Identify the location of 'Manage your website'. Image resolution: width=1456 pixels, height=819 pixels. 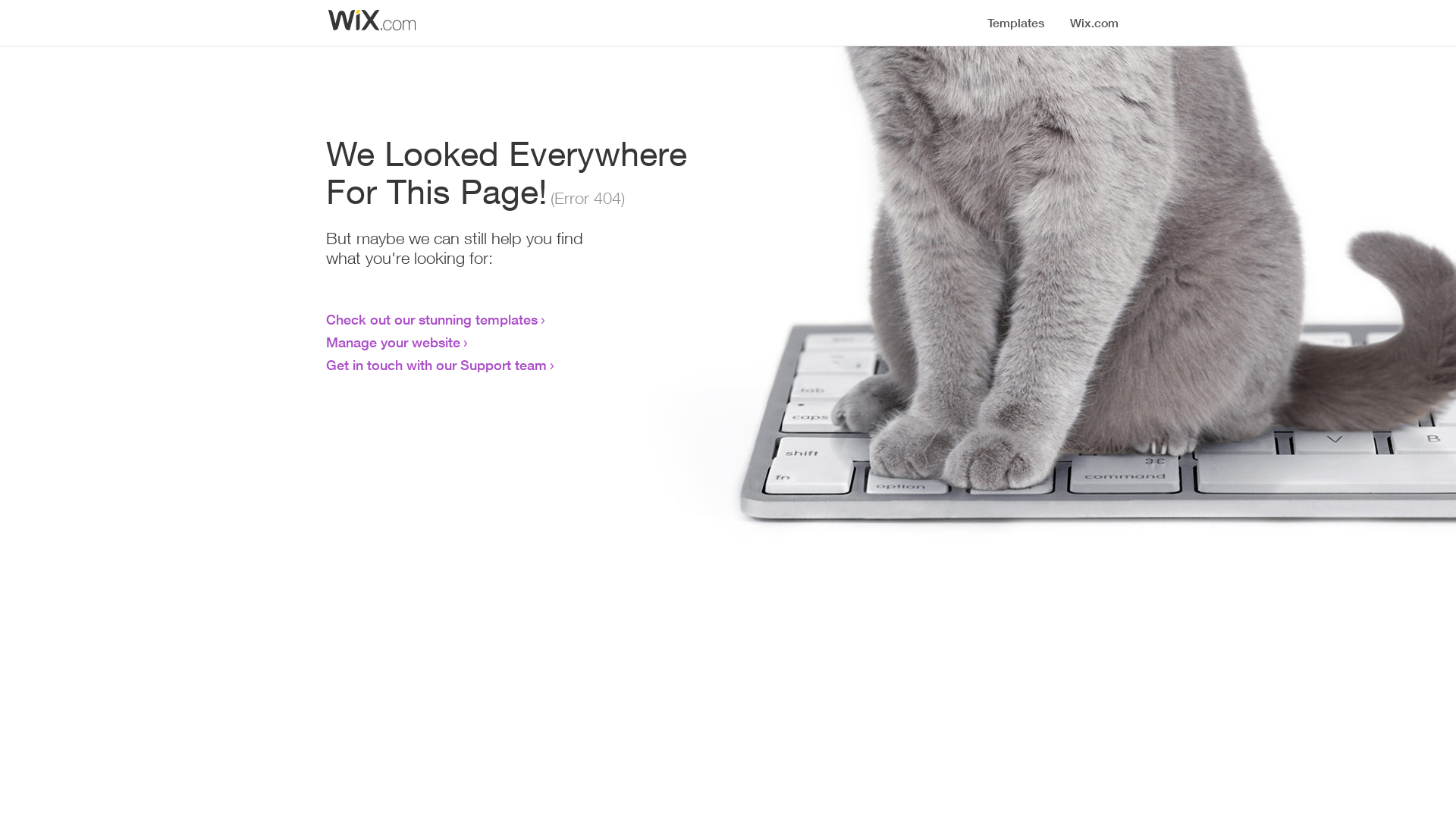
(393, 342).